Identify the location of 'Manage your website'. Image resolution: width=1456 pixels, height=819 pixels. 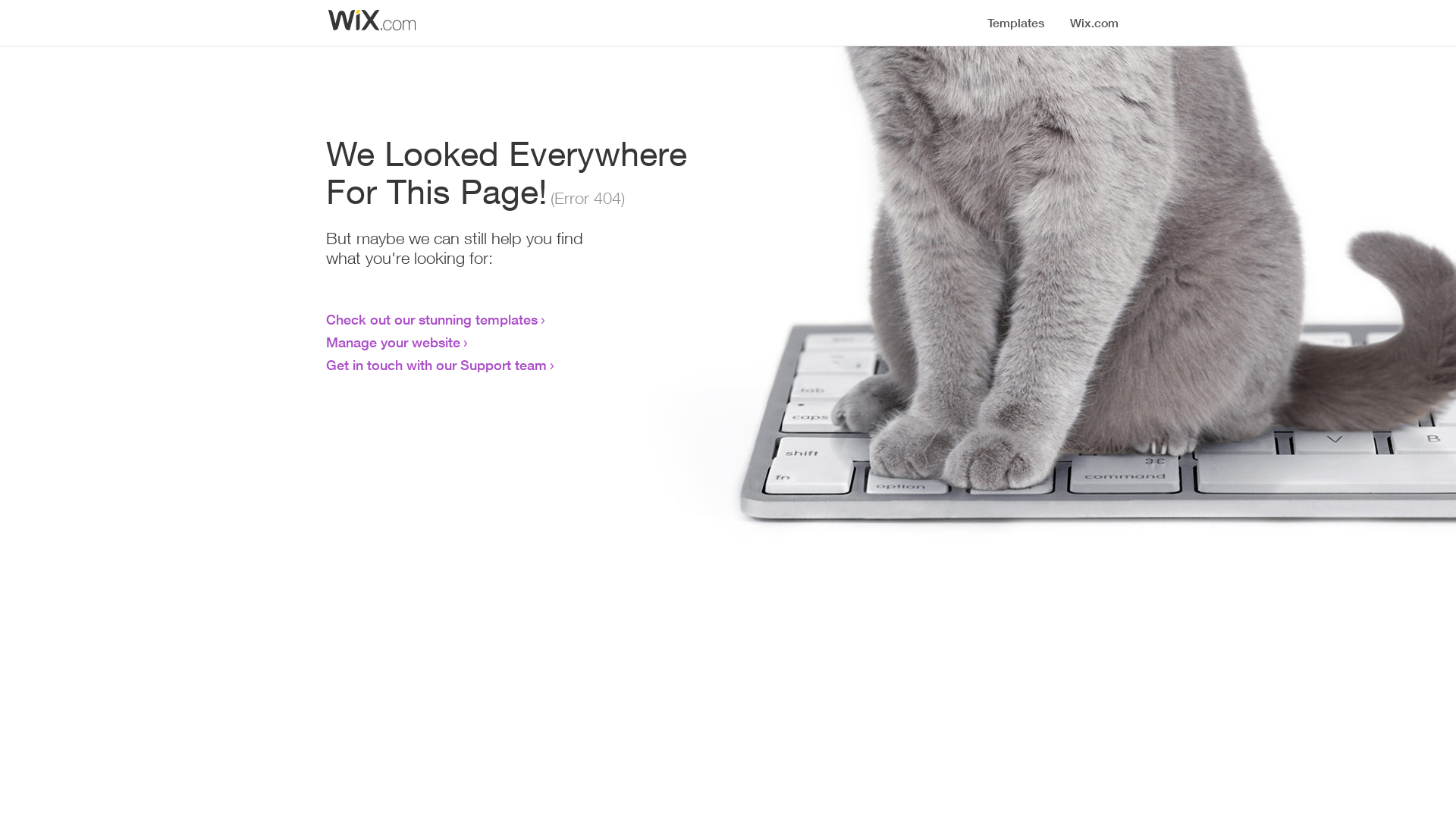
(393, 342).